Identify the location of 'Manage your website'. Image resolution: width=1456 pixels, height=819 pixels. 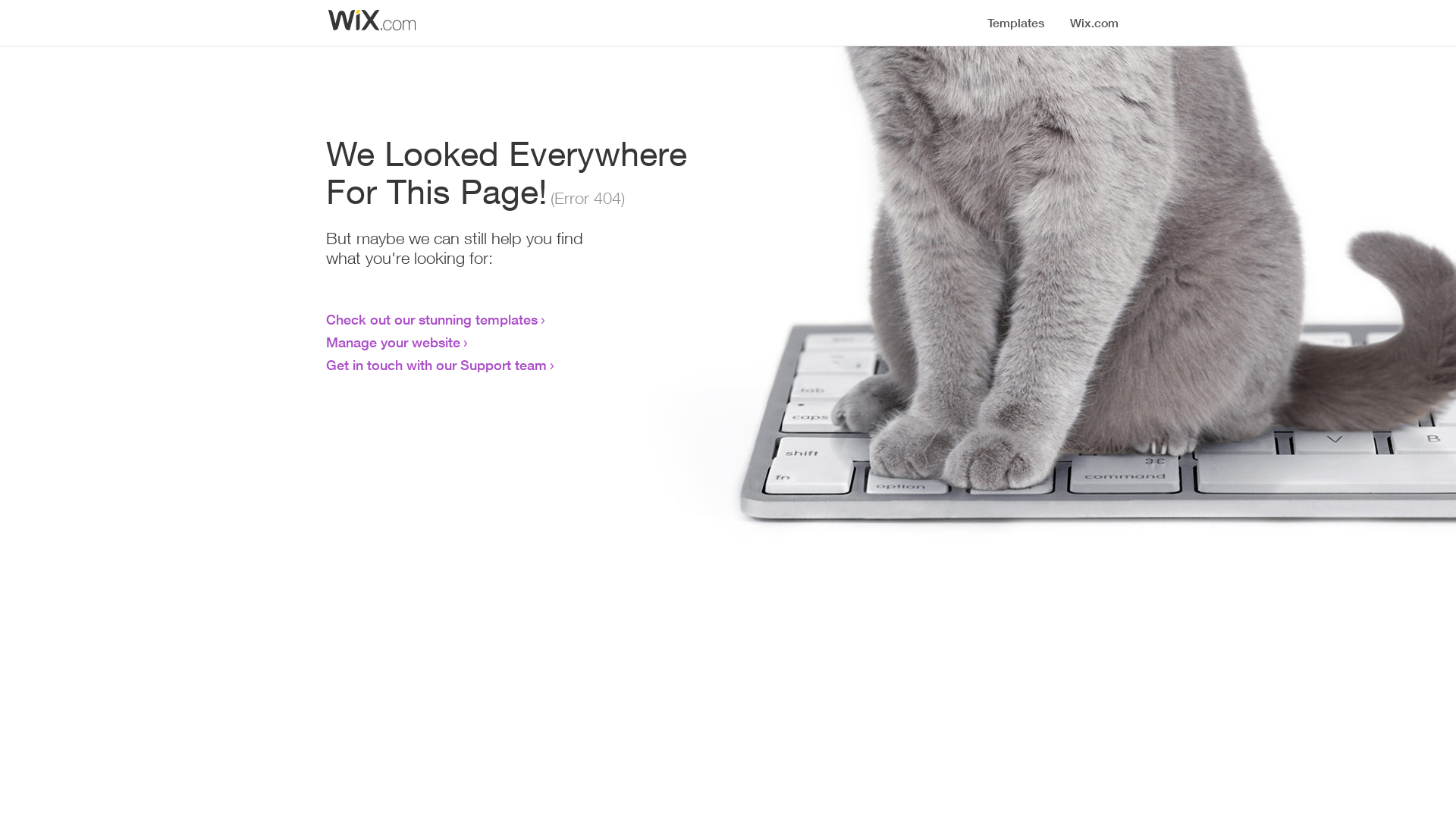
(393, 342).